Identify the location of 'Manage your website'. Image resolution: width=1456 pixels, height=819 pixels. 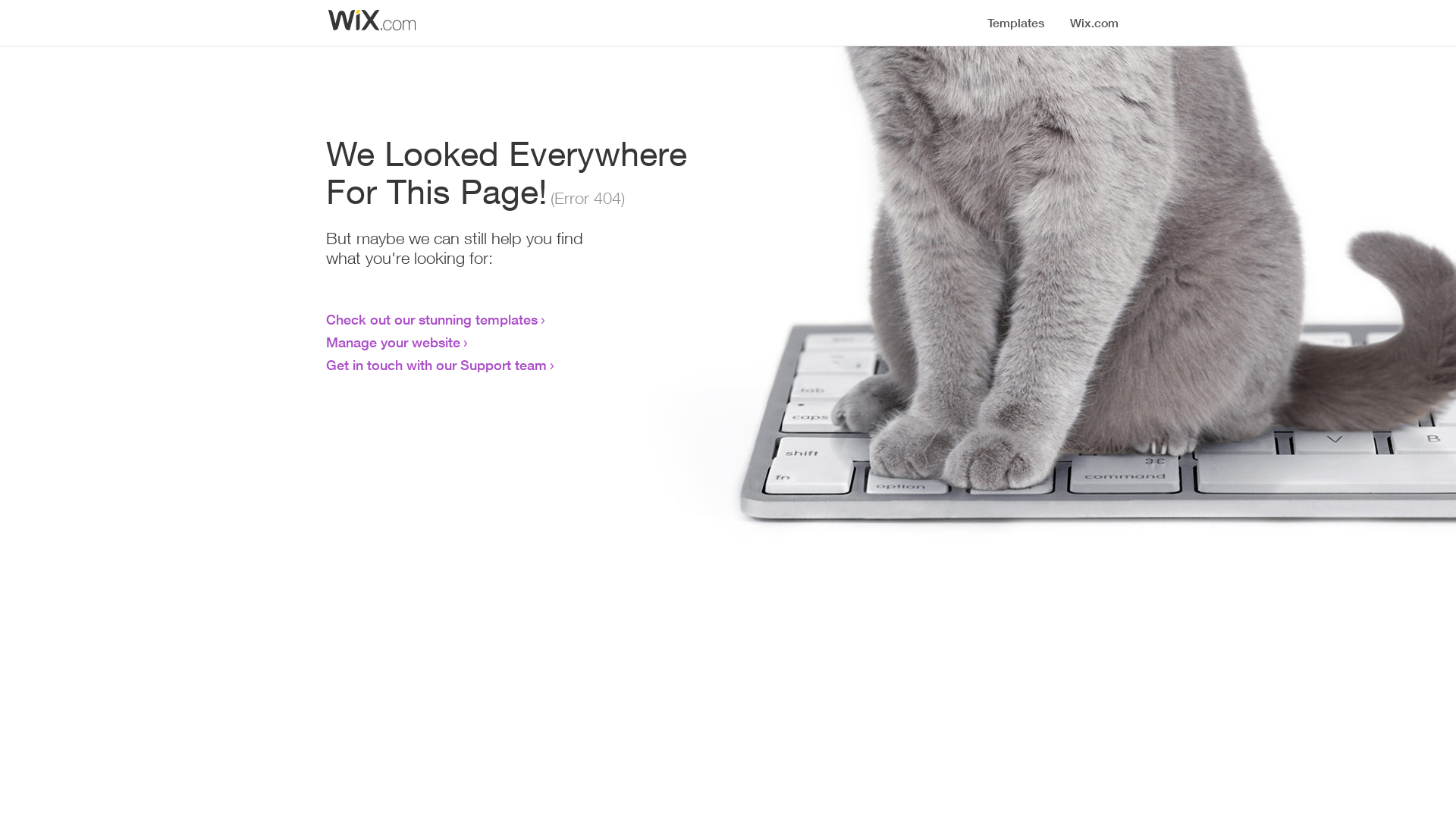
(393, 342).